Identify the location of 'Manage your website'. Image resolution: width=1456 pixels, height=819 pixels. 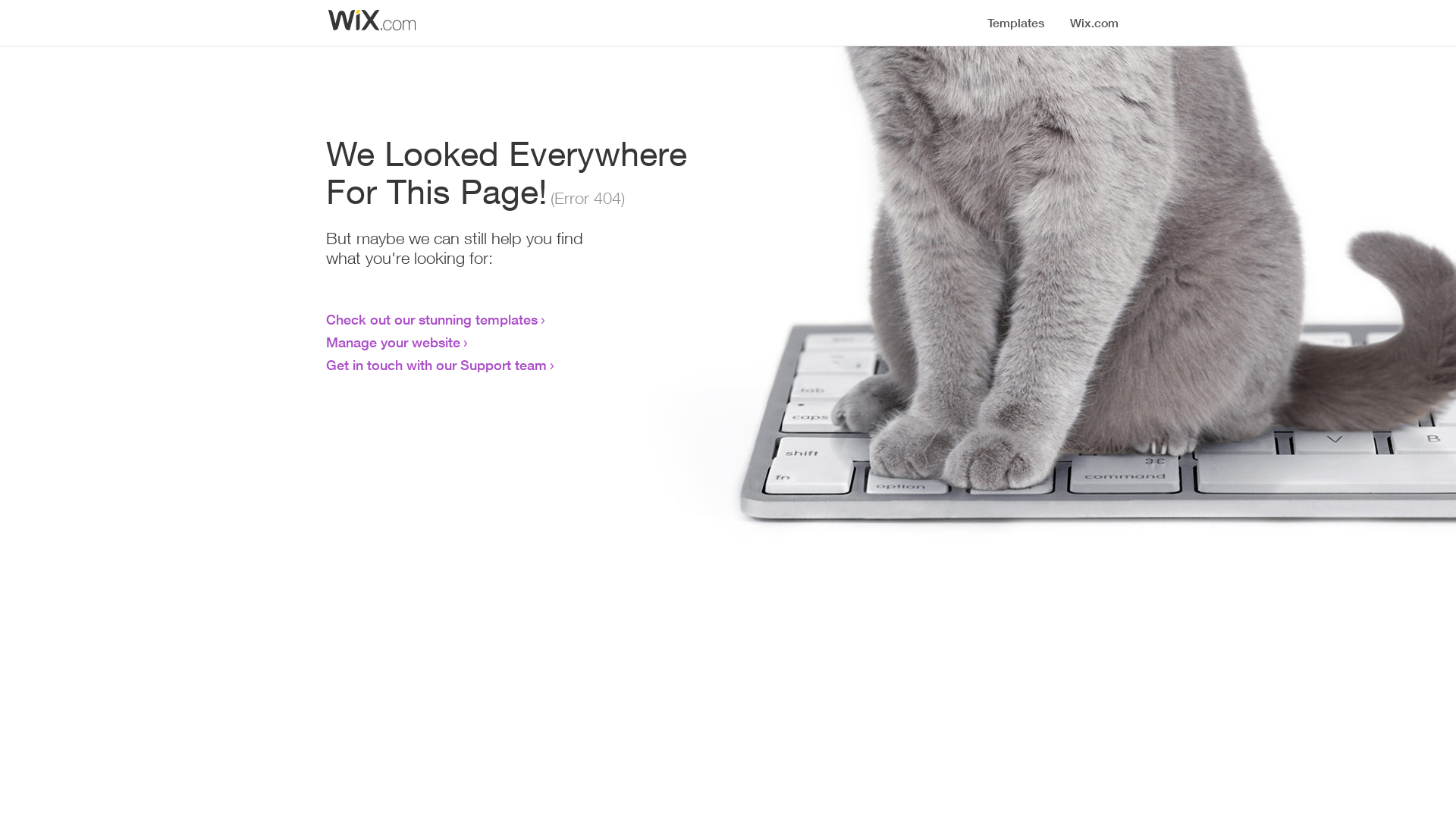
(393, 342).